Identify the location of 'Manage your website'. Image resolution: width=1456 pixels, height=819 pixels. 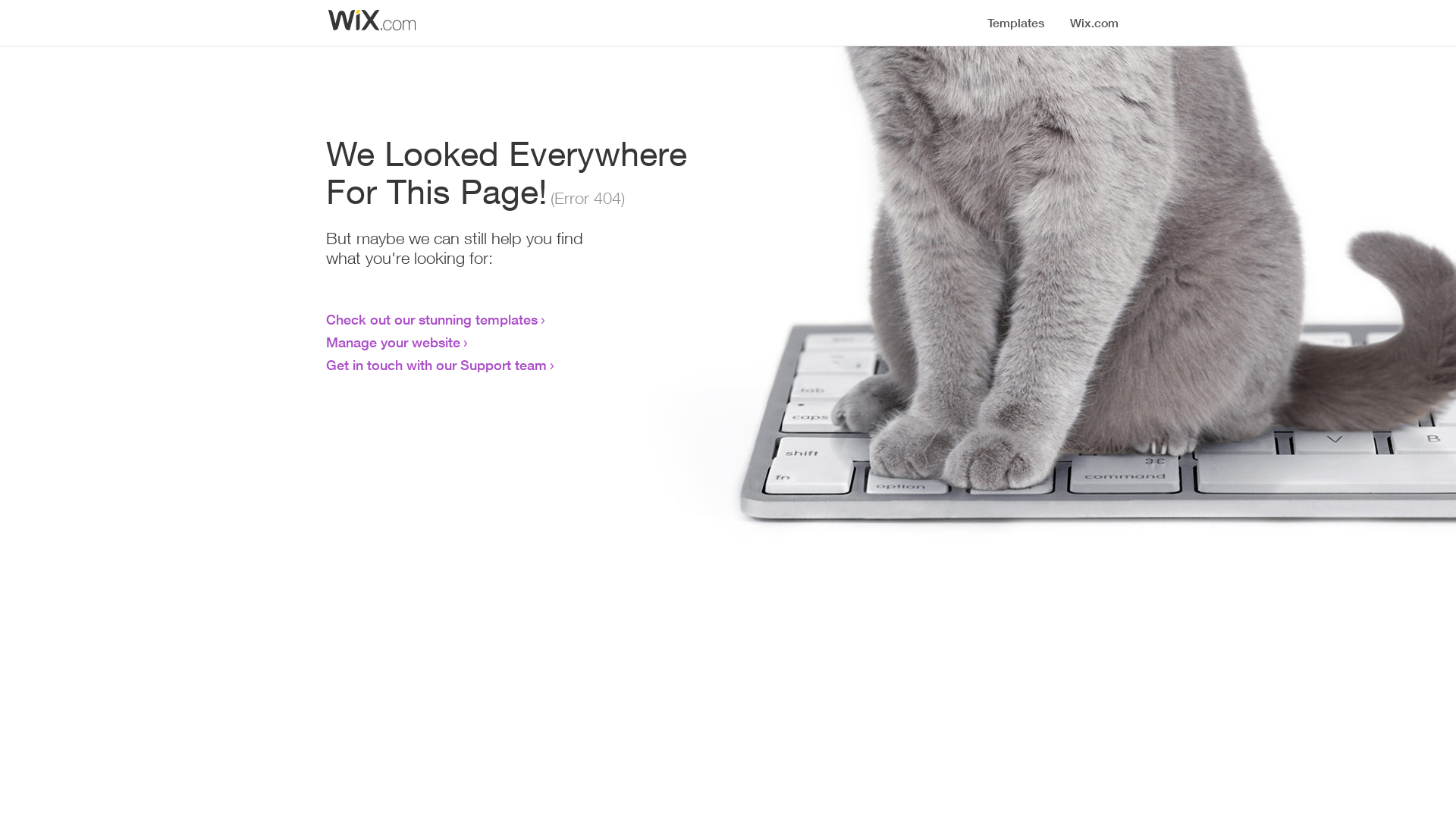
(393, 342).